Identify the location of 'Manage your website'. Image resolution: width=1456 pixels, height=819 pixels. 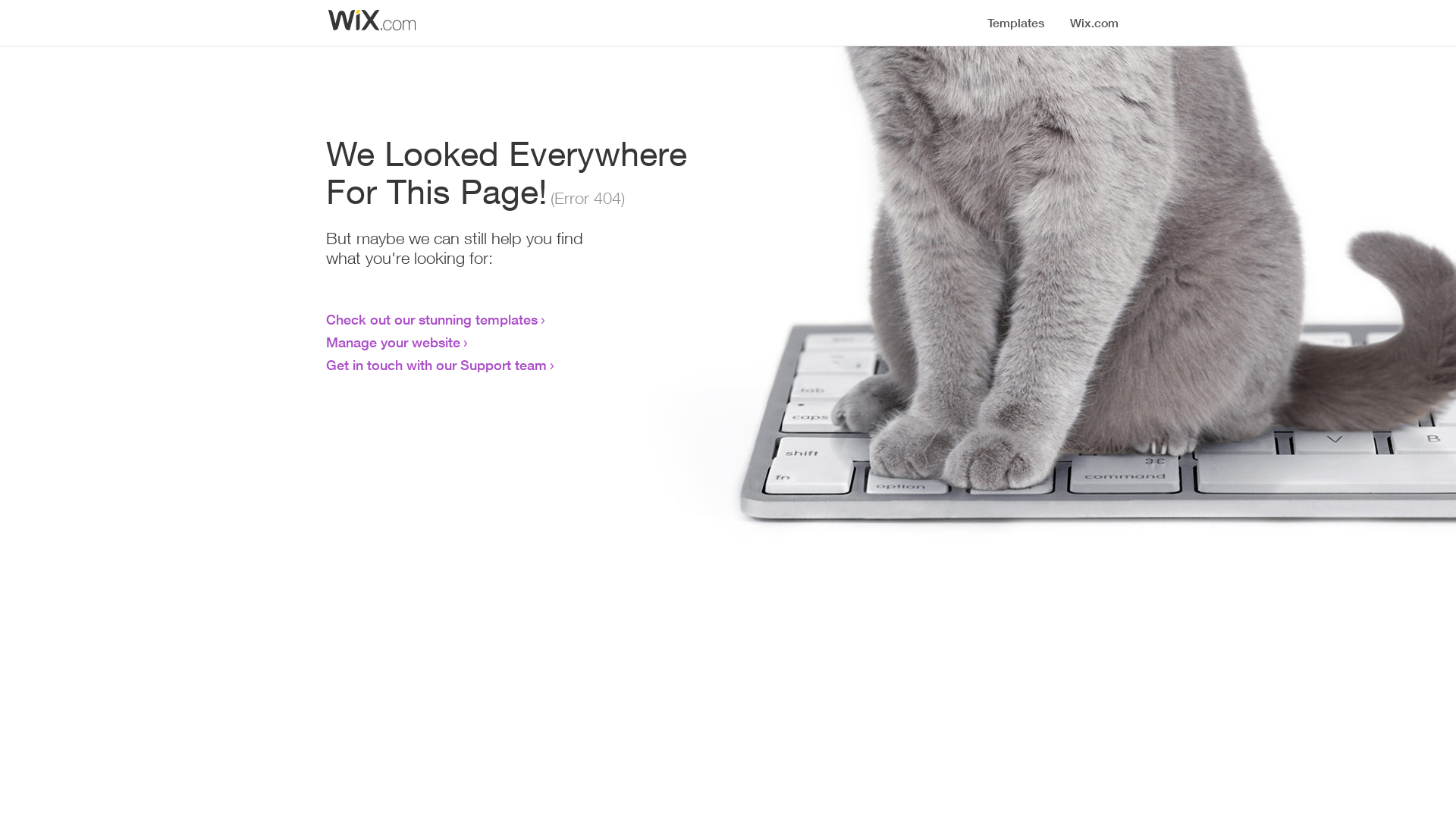
(393, 342).